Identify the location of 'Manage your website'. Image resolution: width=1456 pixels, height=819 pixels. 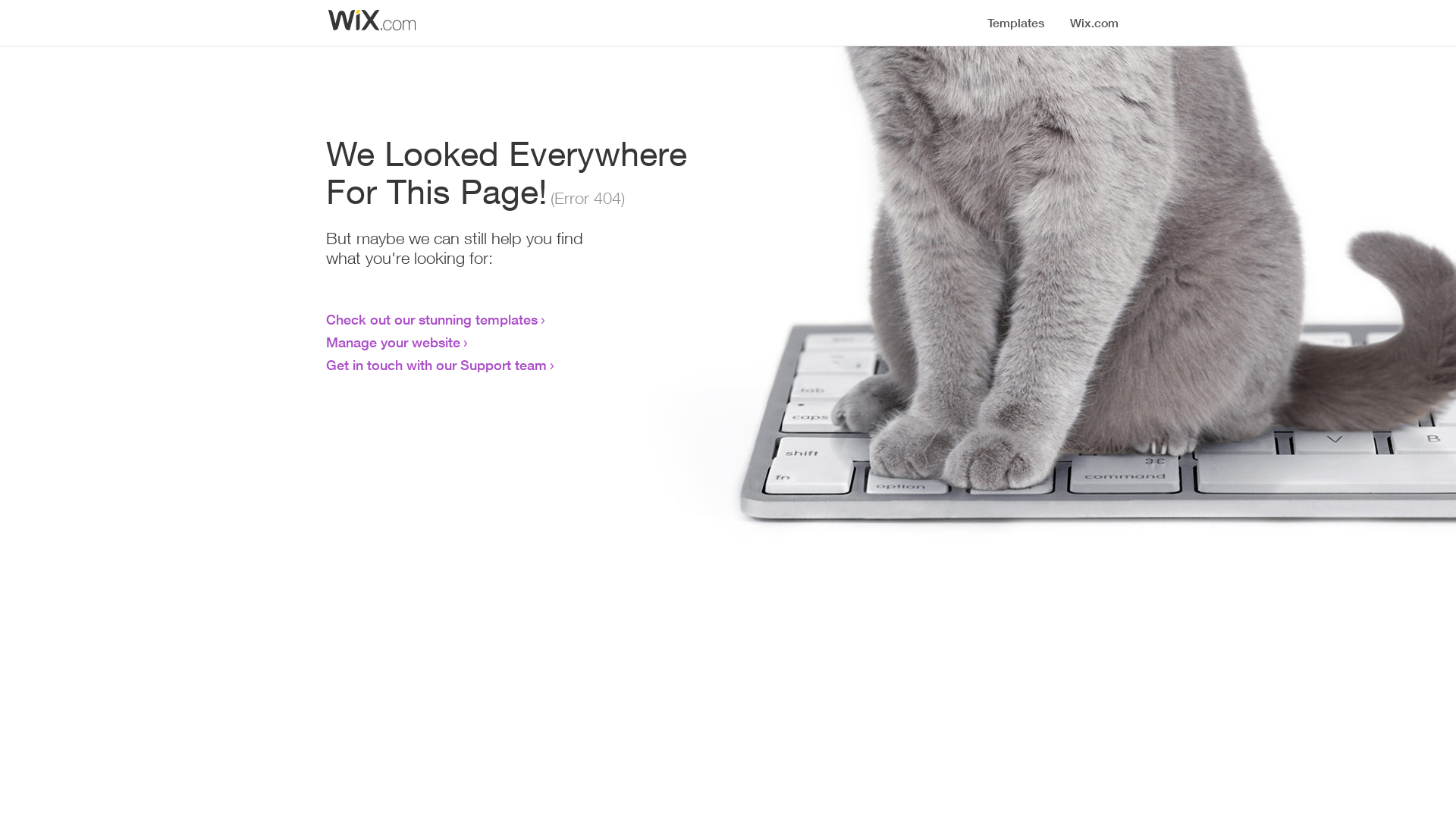
(393, 342).